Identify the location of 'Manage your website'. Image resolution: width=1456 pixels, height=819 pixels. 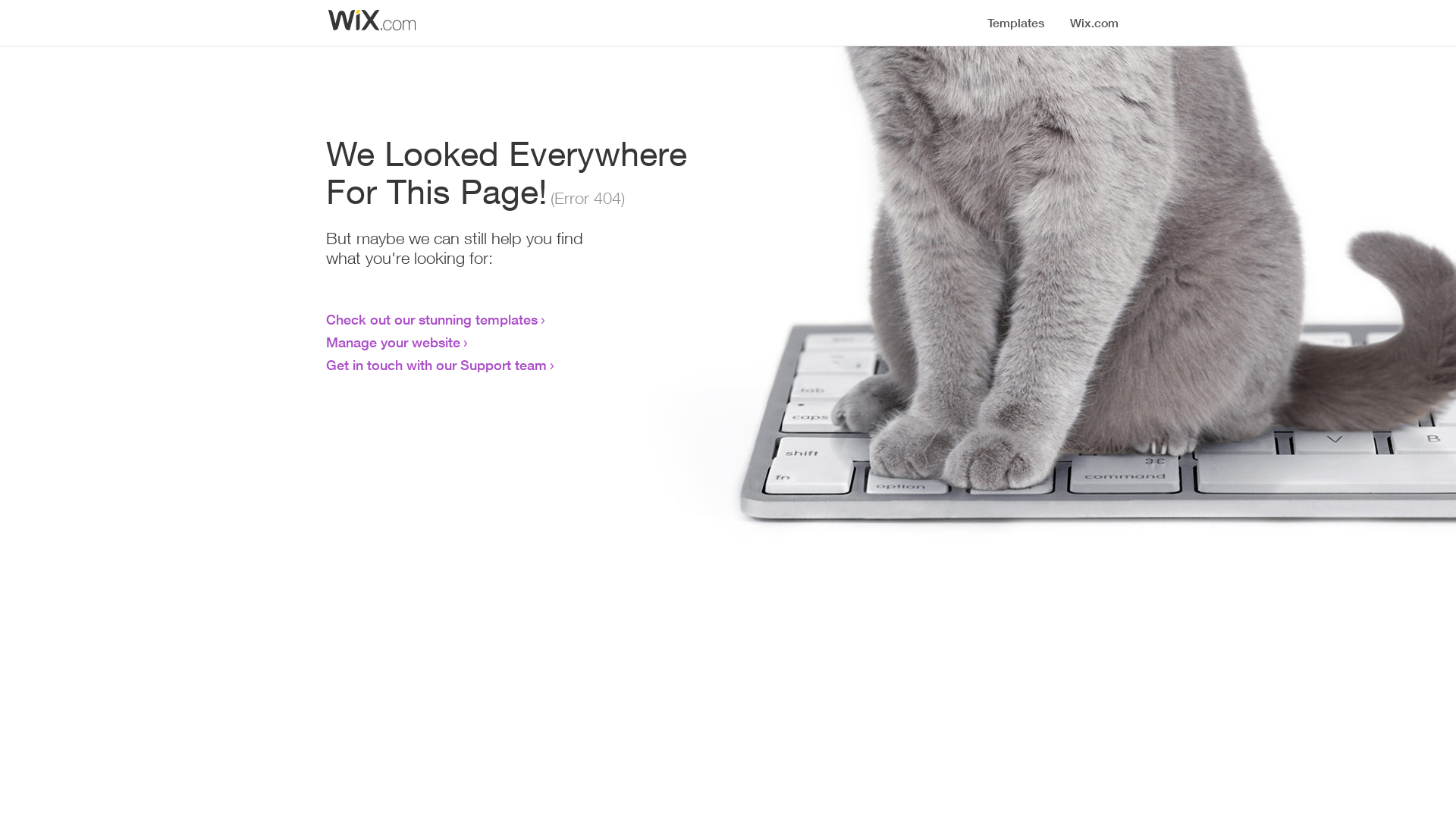
(393, 342).